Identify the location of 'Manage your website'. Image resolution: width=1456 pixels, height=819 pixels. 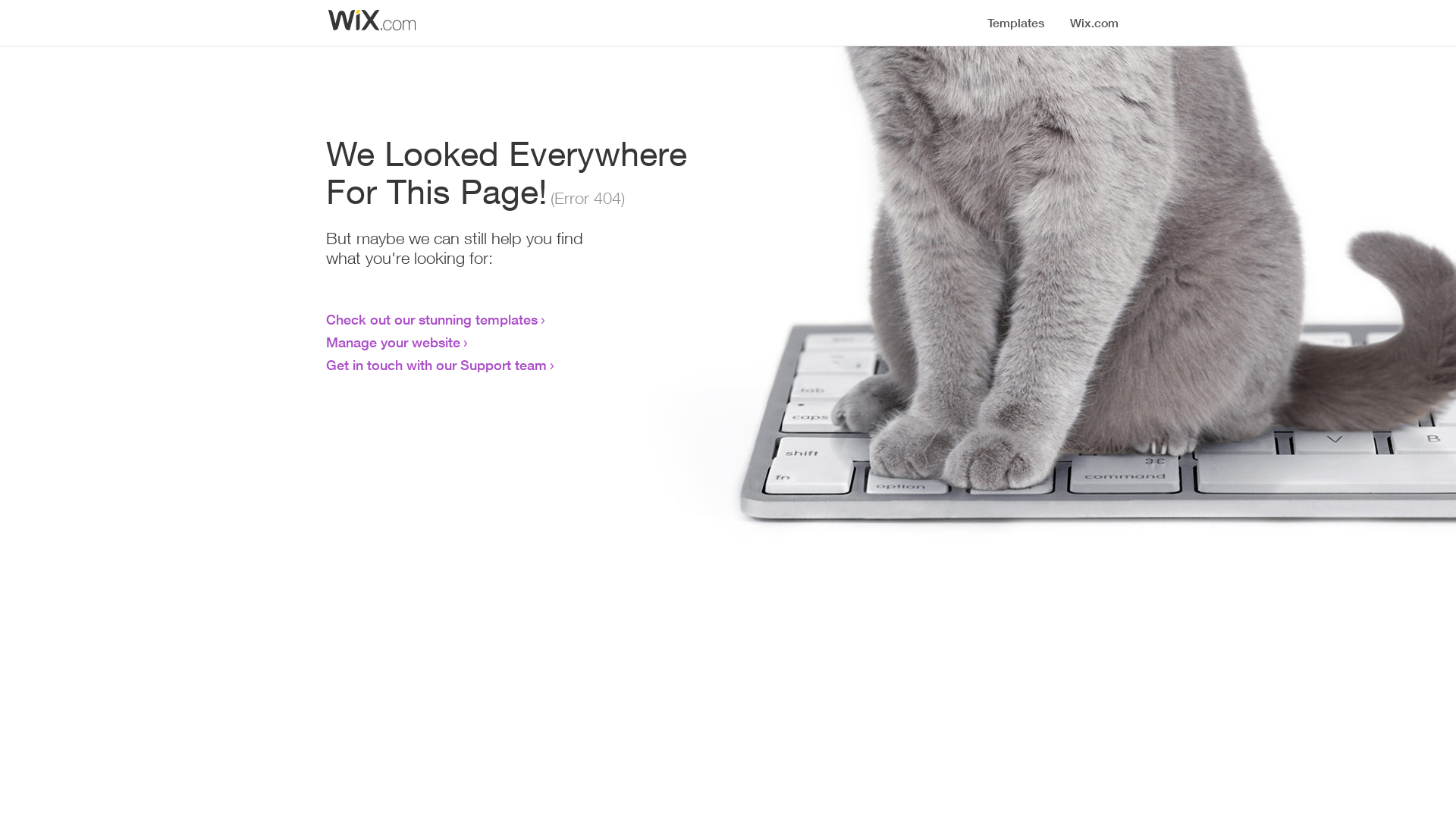
(393, 342).